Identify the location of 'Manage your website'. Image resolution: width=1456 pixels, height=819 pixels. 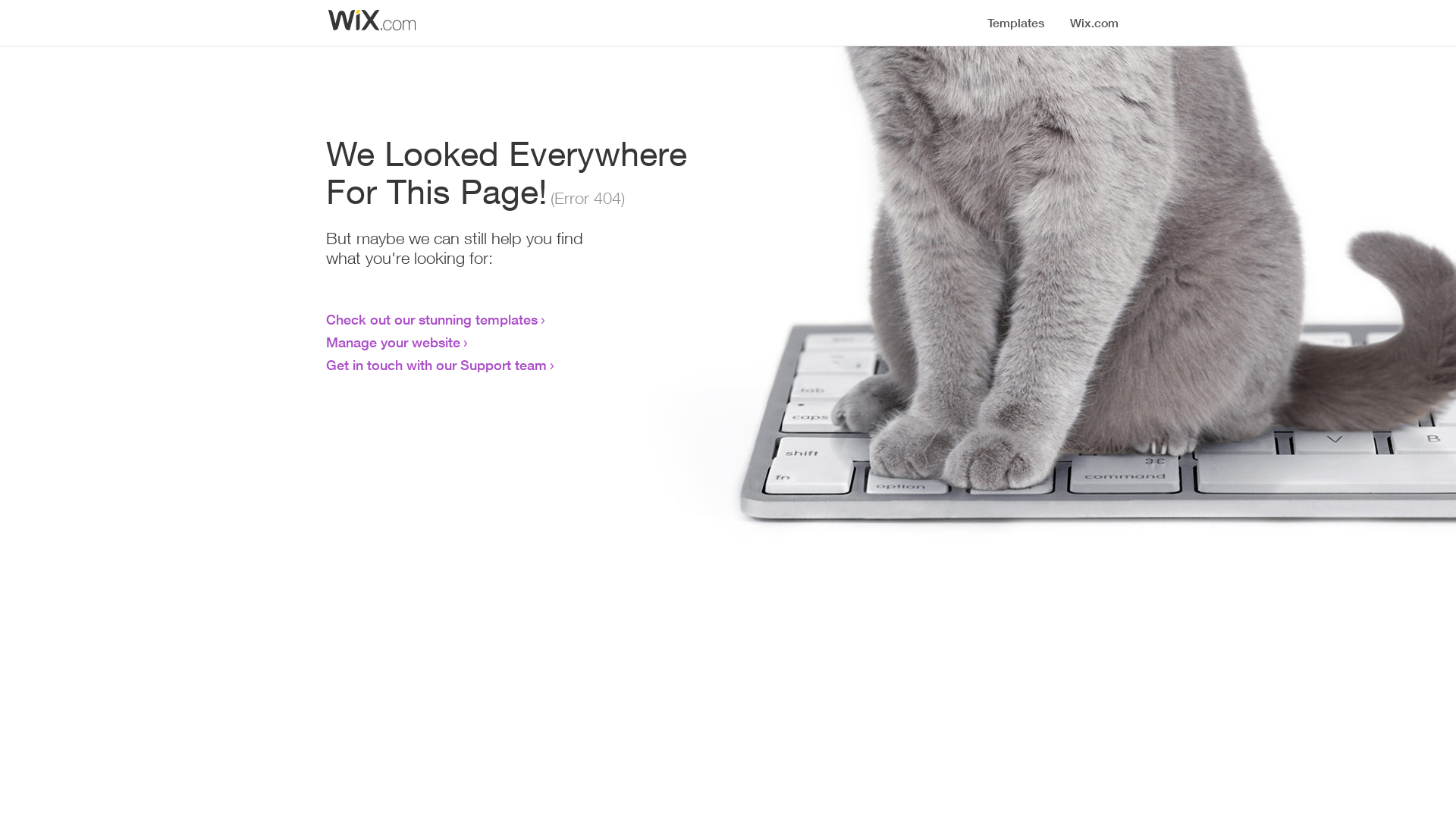
(393, 342).